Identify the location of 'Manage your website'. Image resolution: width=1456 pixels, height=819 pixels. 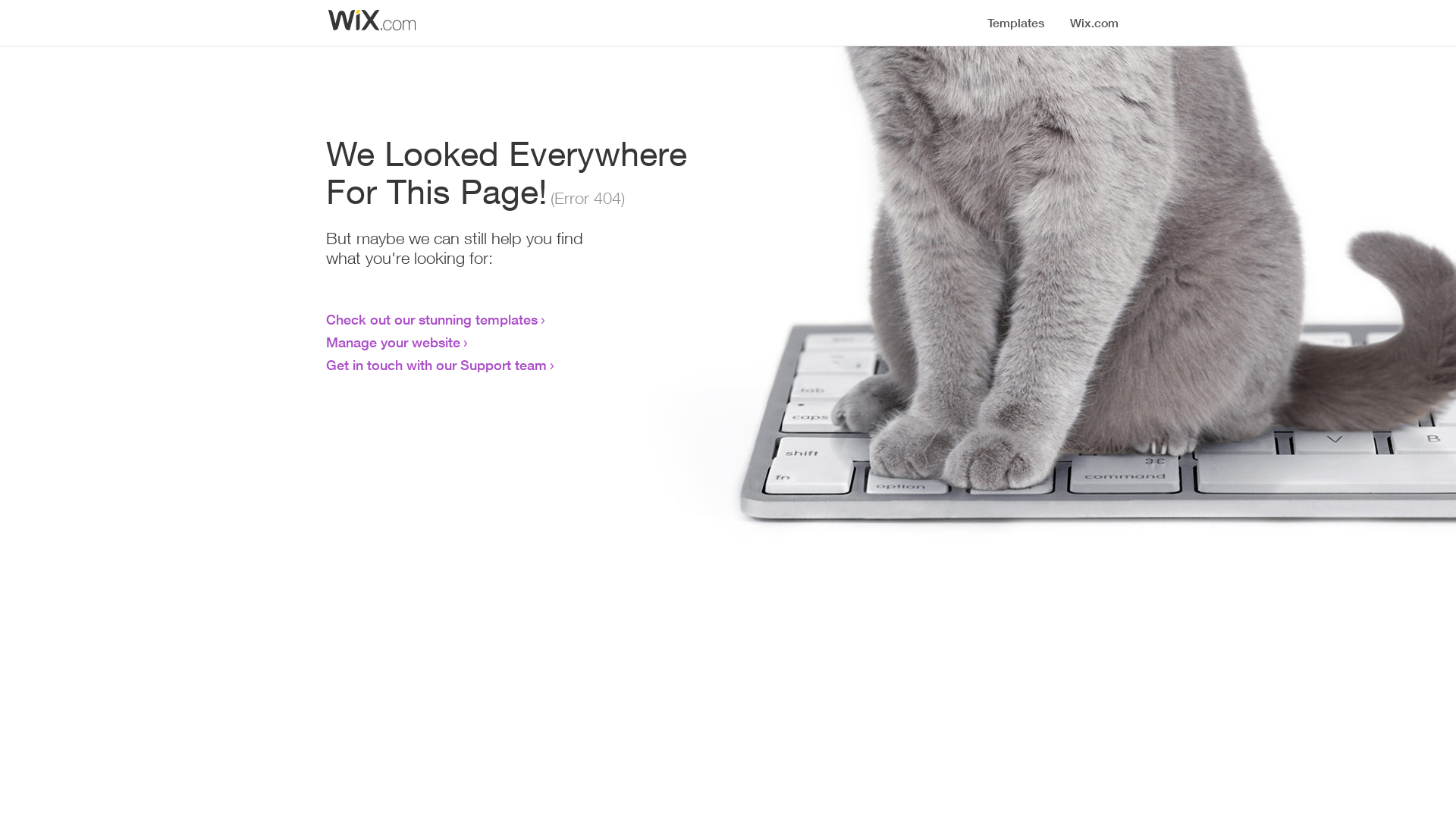
(393, 342).